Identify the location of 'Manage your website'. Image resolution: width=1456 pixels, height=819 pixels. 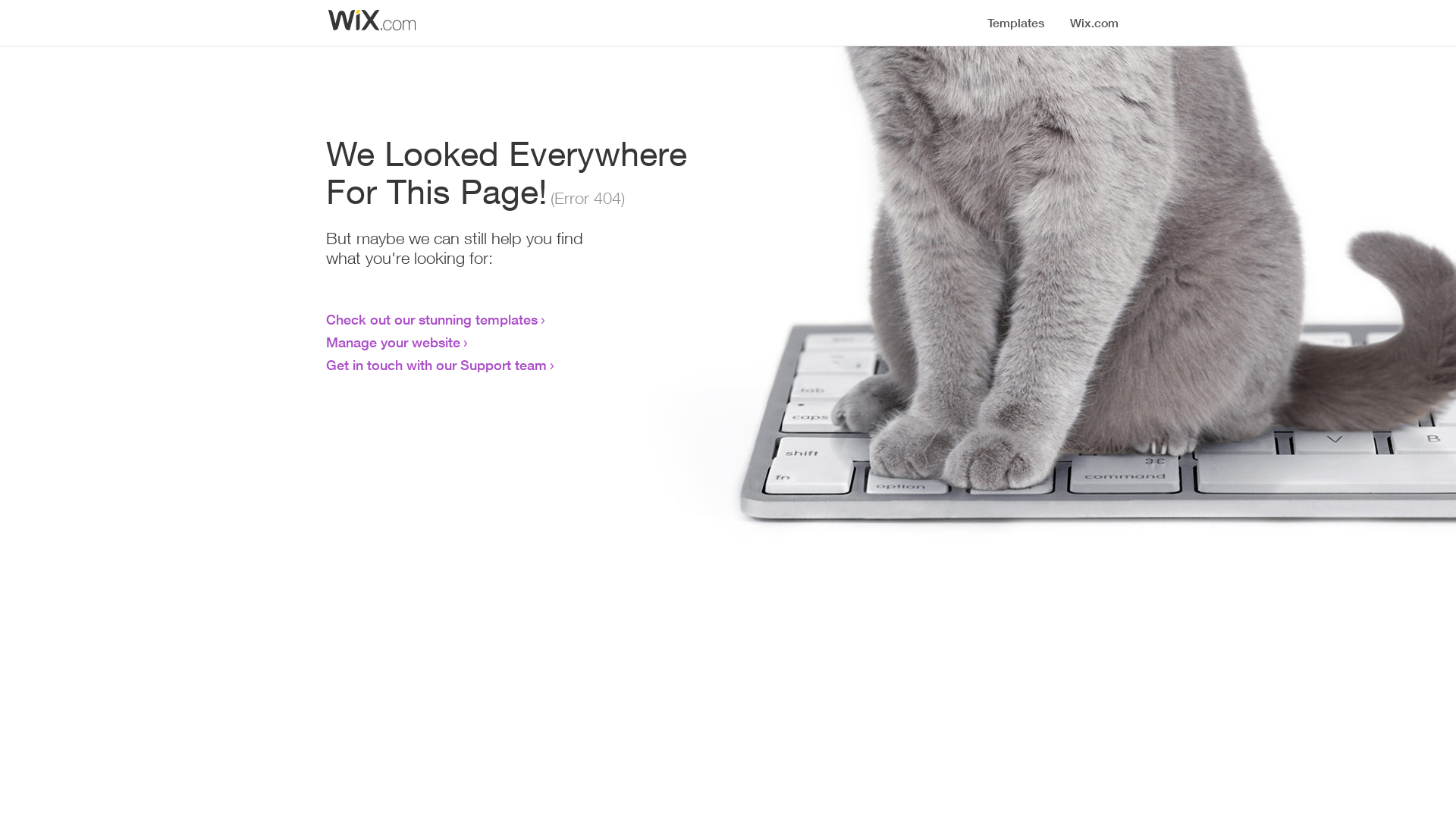
(393, 342).